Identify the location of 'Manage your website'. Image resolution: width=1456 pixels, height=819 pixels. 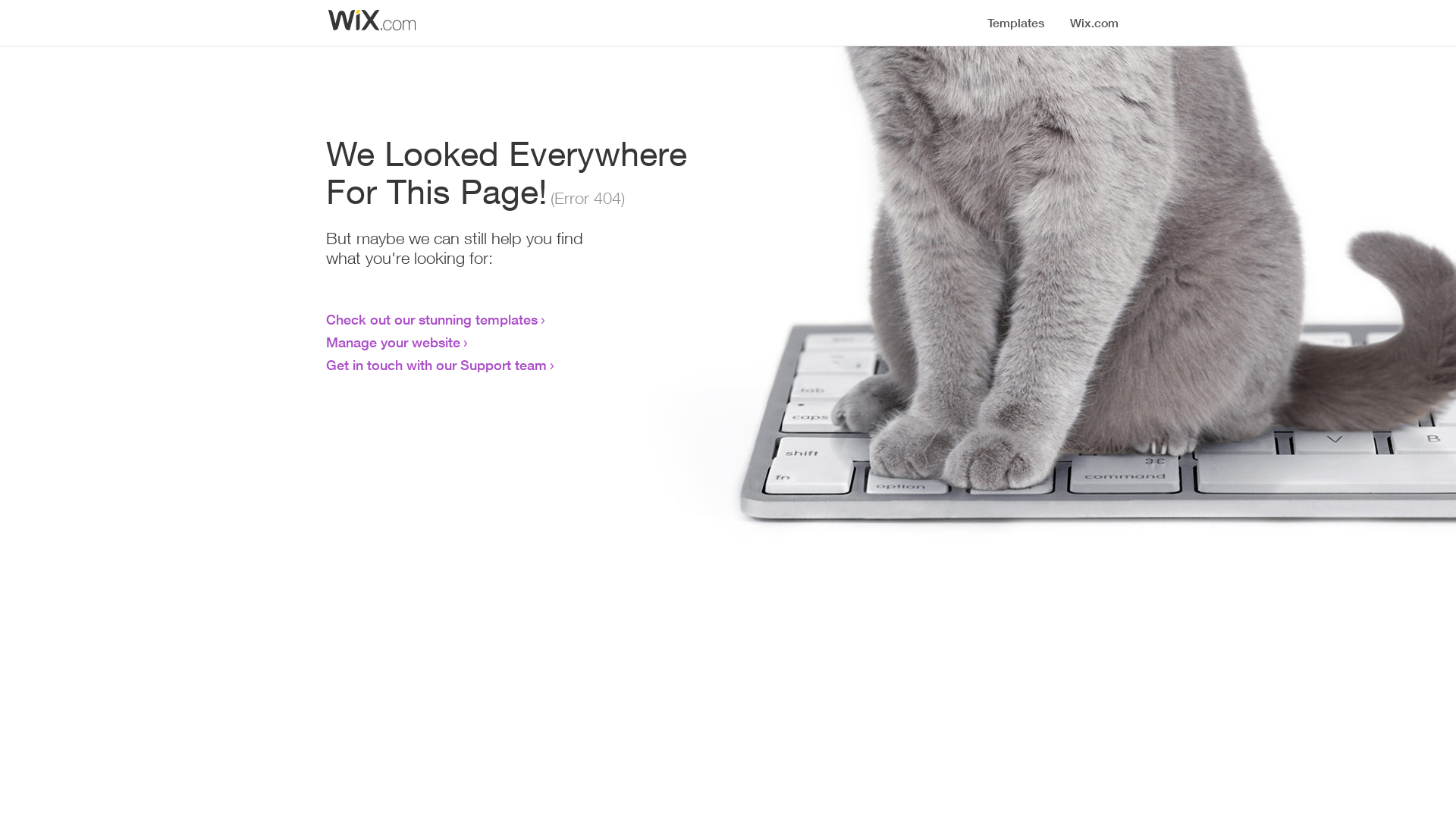
(393, 342).